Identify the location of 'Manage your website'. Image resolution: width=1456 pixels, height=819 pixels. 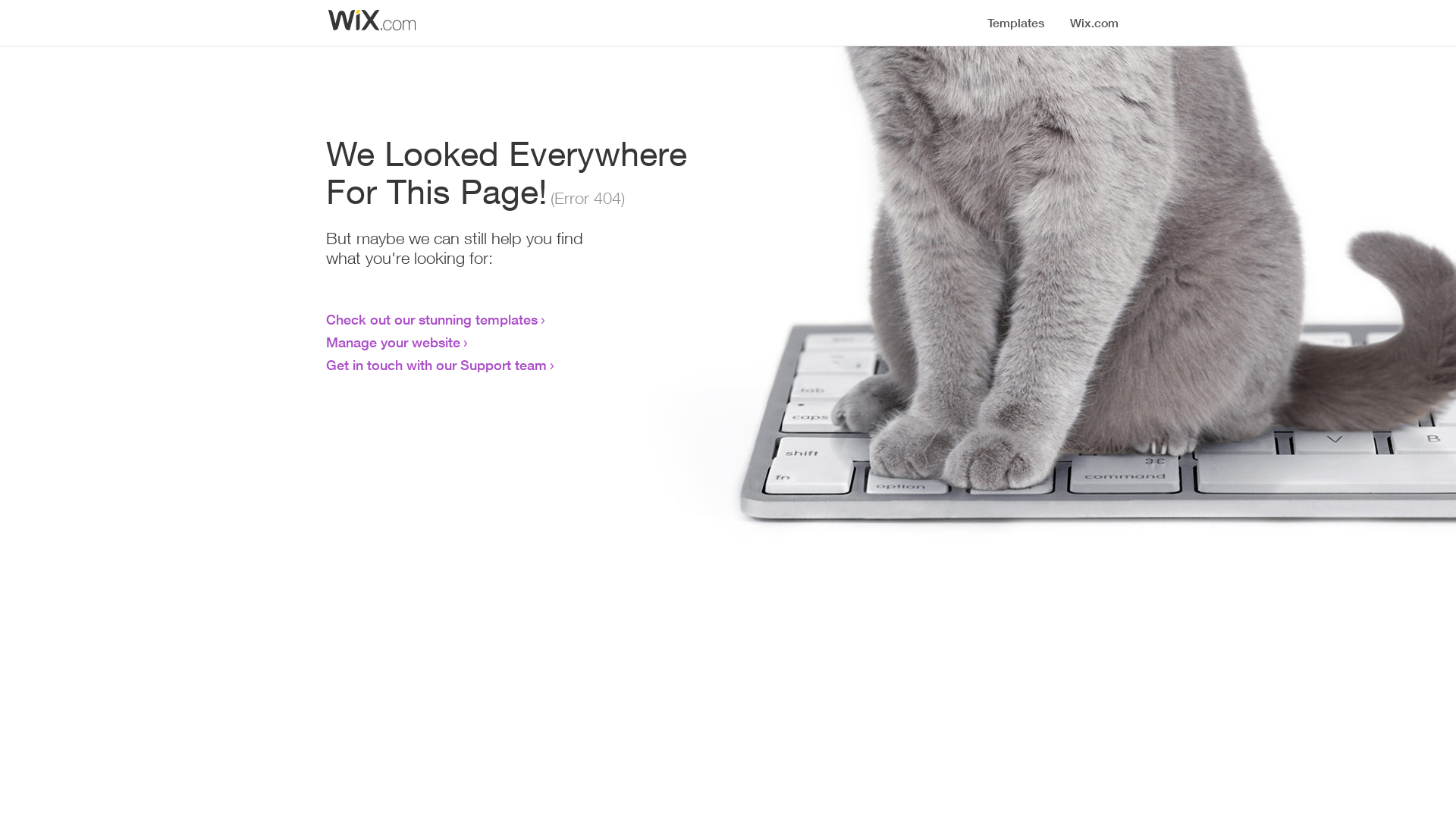
(393, 342).